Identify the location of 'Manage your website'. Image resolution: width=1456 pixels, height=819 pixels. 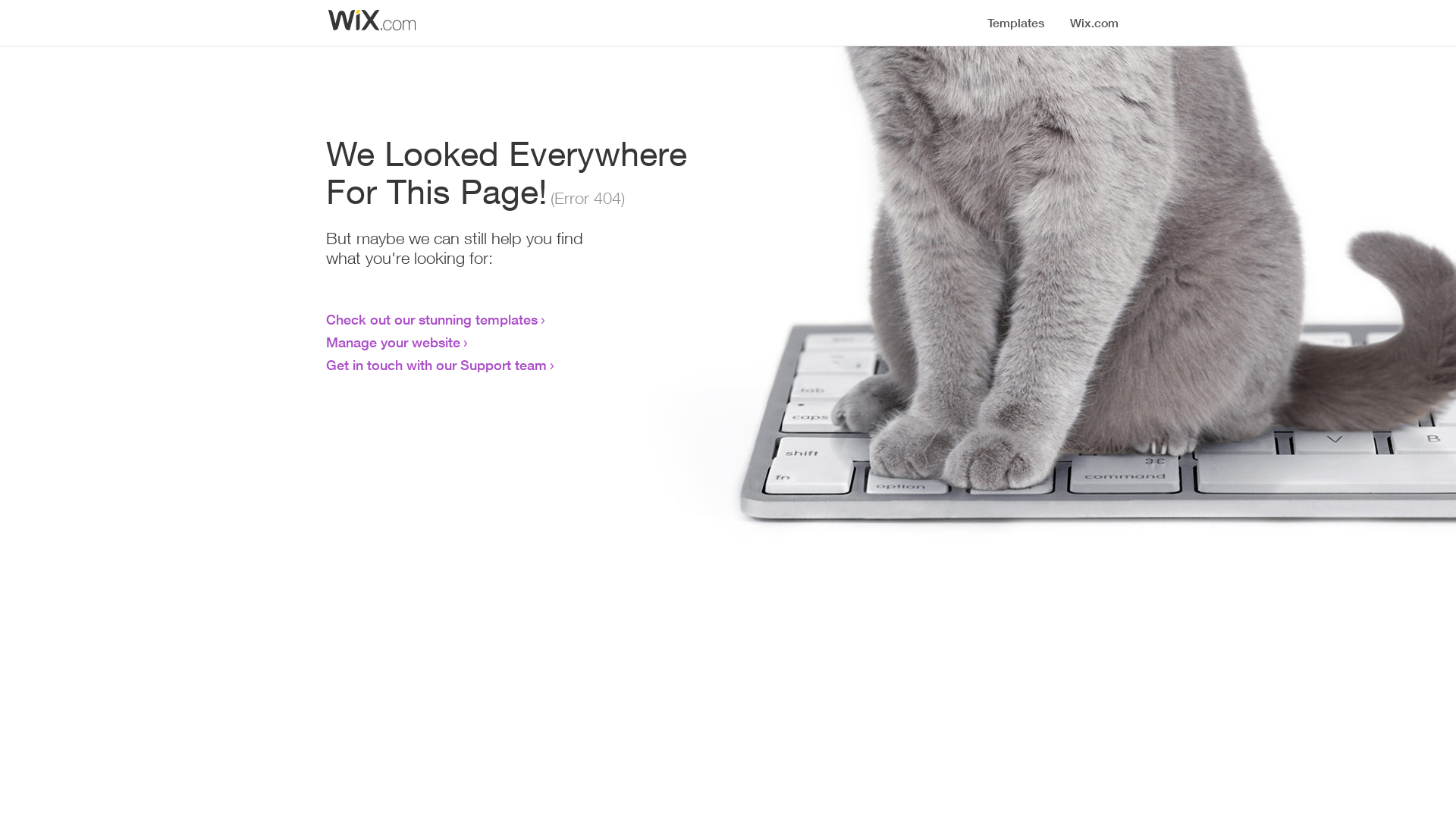
(393, 342).